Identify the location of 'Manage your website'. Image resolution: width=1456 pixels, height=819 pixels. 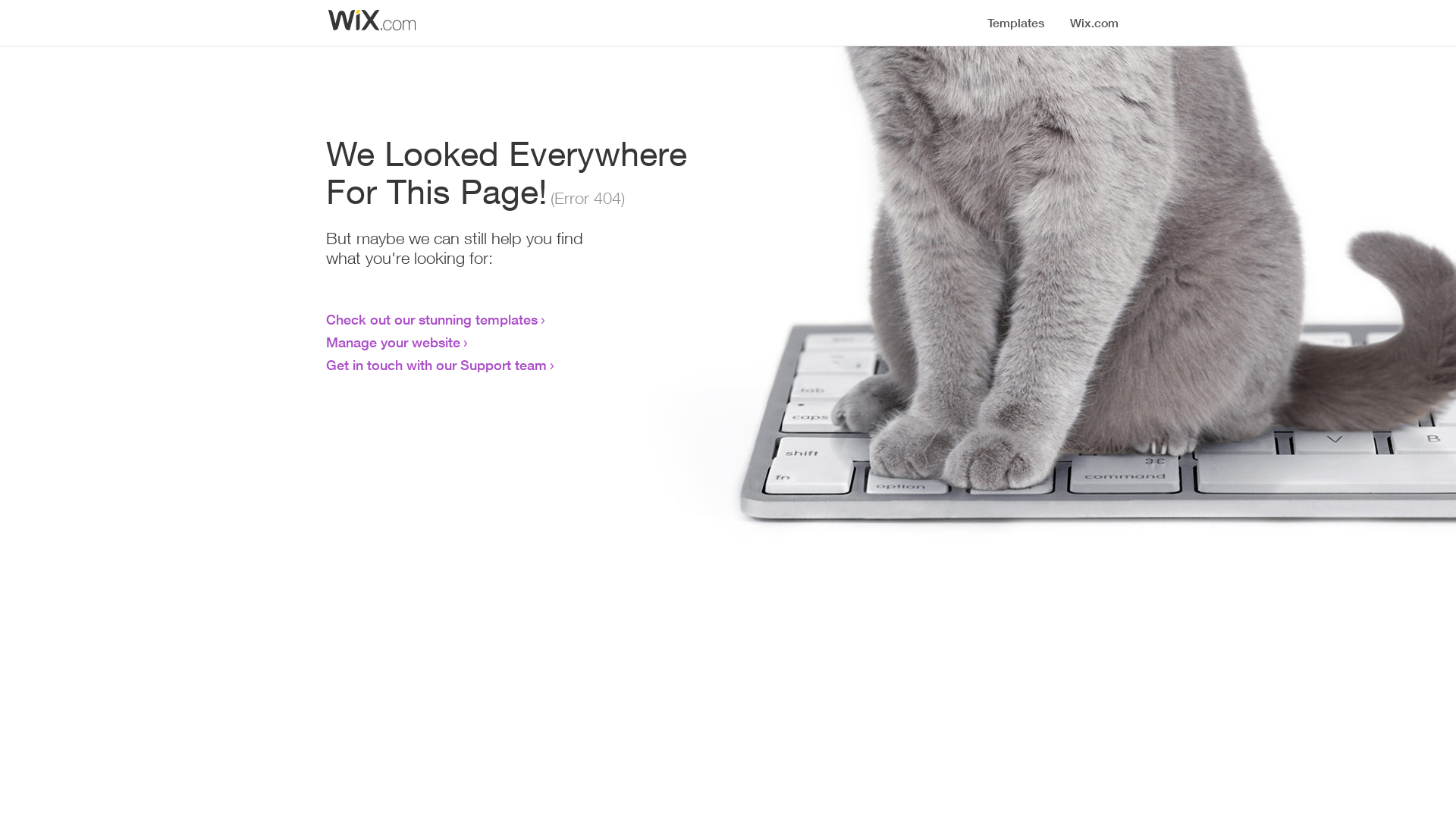
(393, 342).